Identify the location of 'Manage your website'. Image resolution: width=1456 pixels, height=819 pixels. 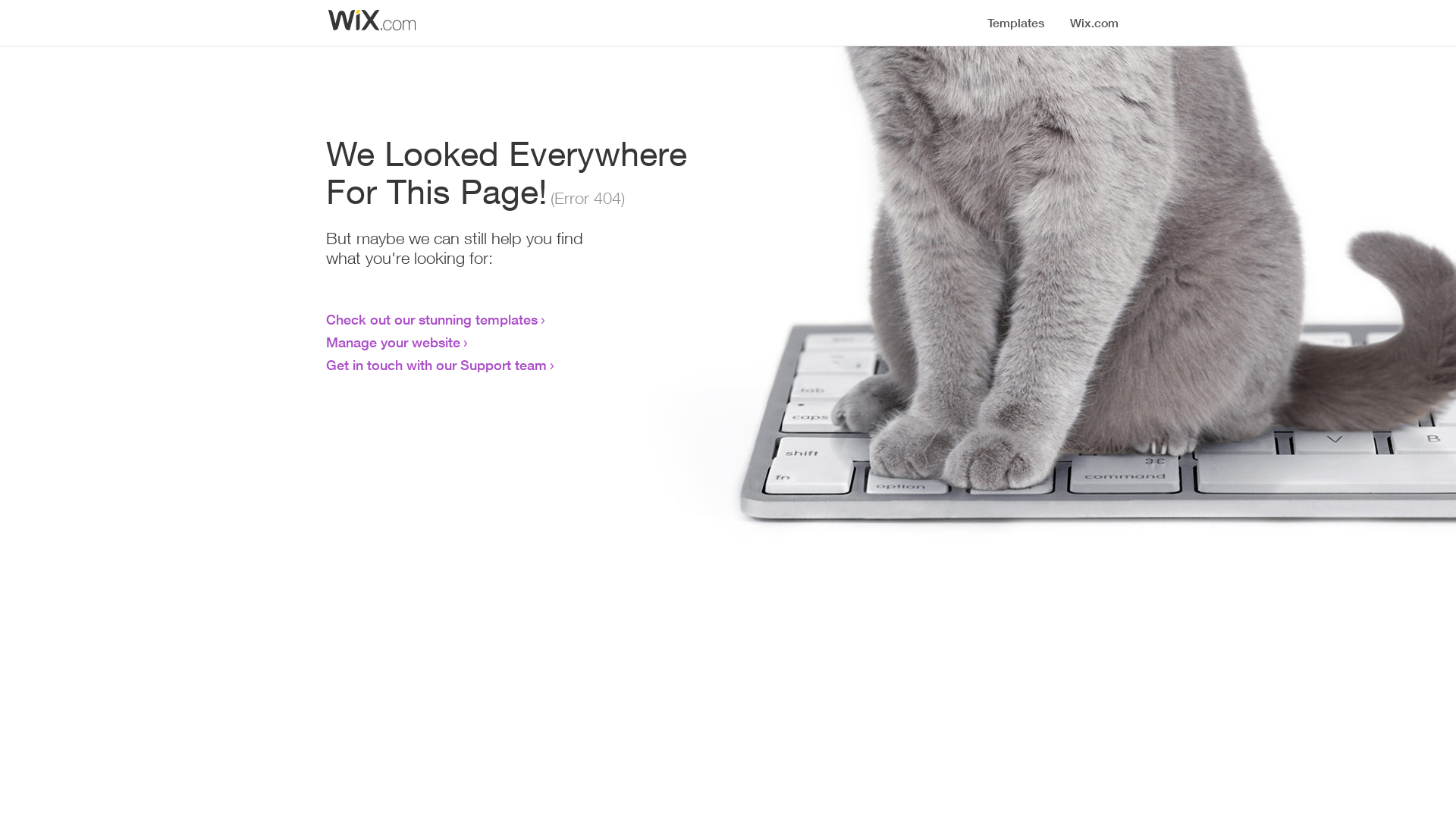
(393, 342).